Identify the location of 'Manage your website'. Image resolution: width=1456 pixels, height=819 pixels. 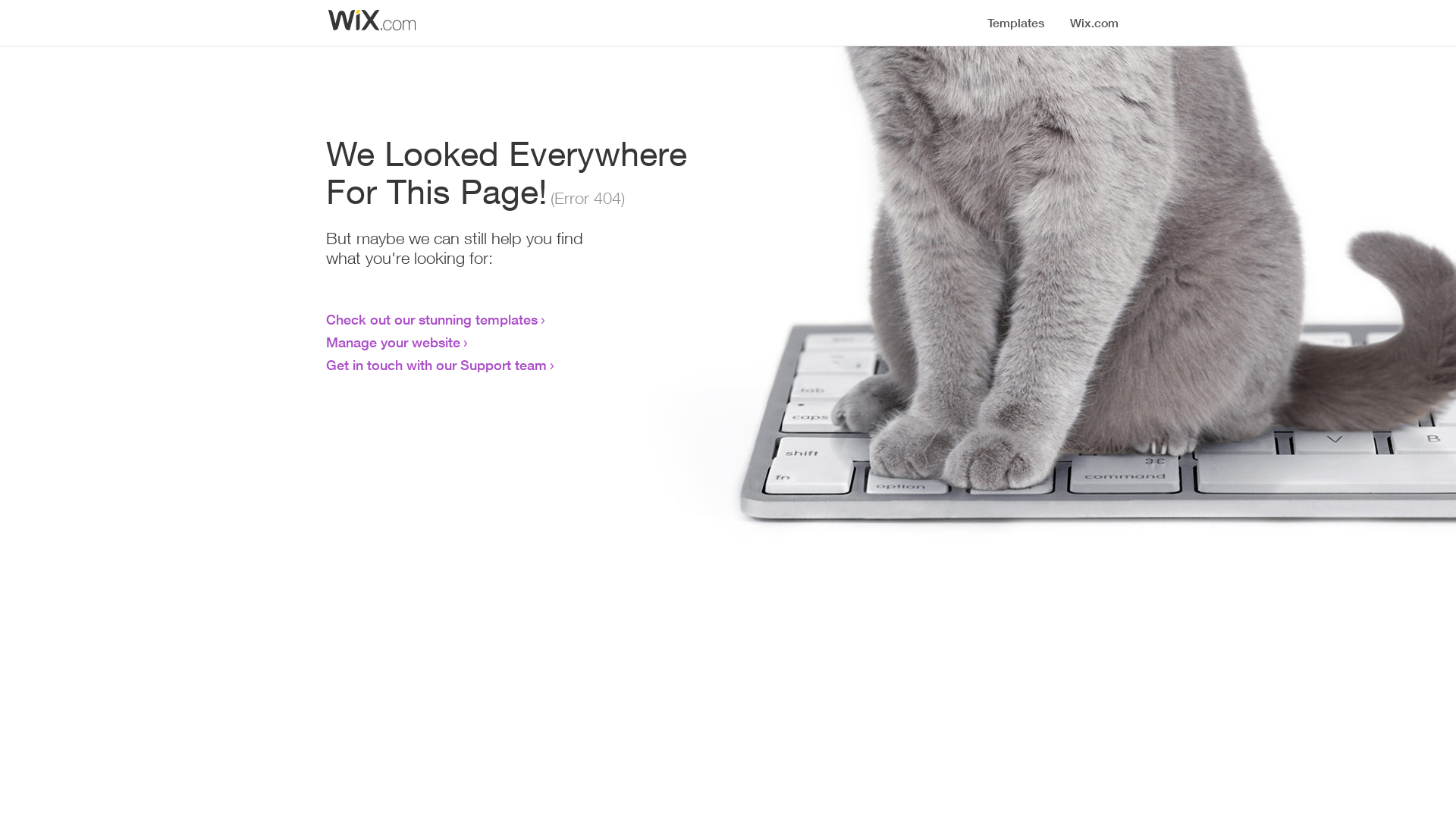
(393, 342).